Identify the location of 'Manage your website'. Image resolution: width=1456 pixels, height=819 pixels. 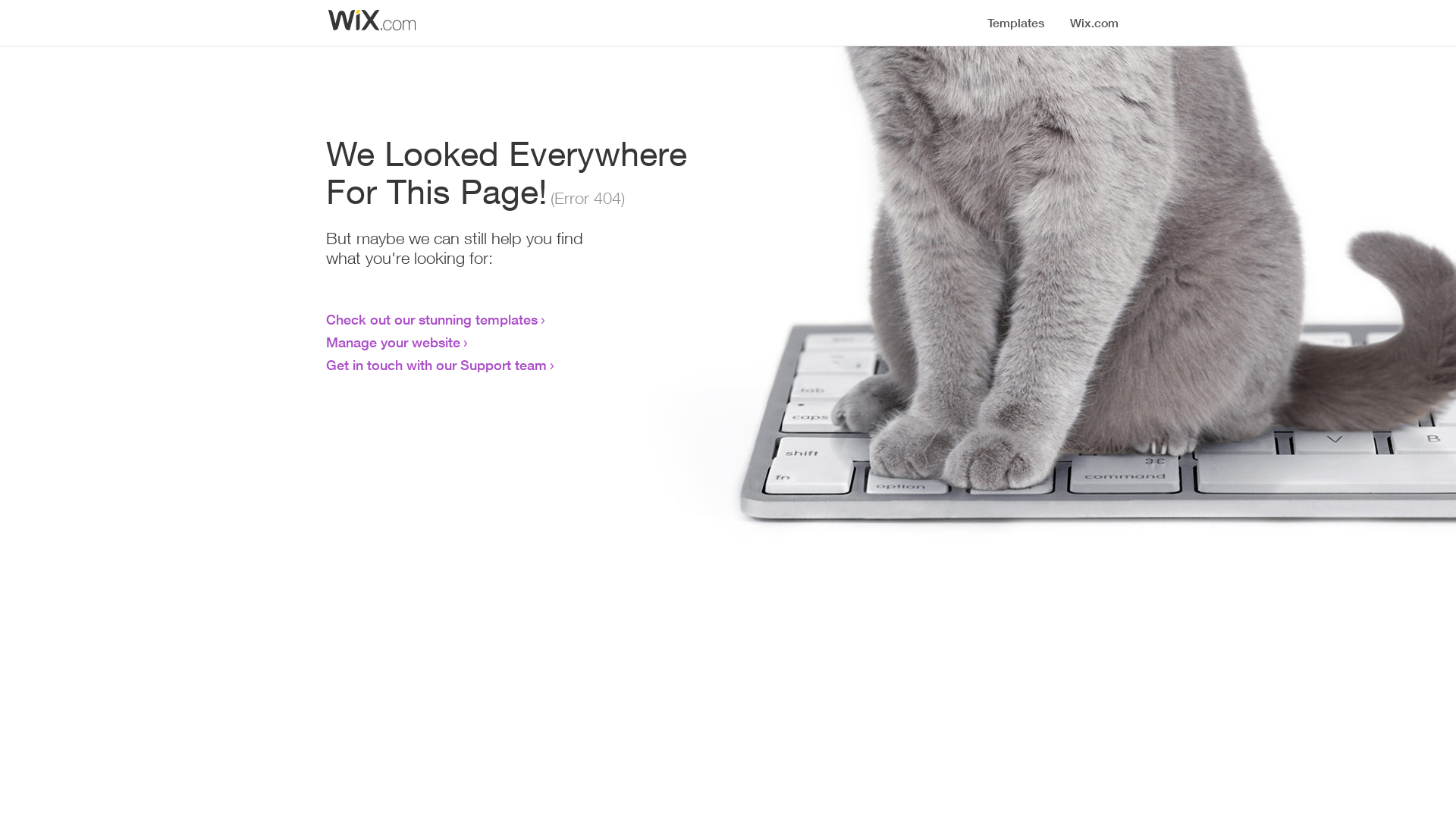
(393, 342).